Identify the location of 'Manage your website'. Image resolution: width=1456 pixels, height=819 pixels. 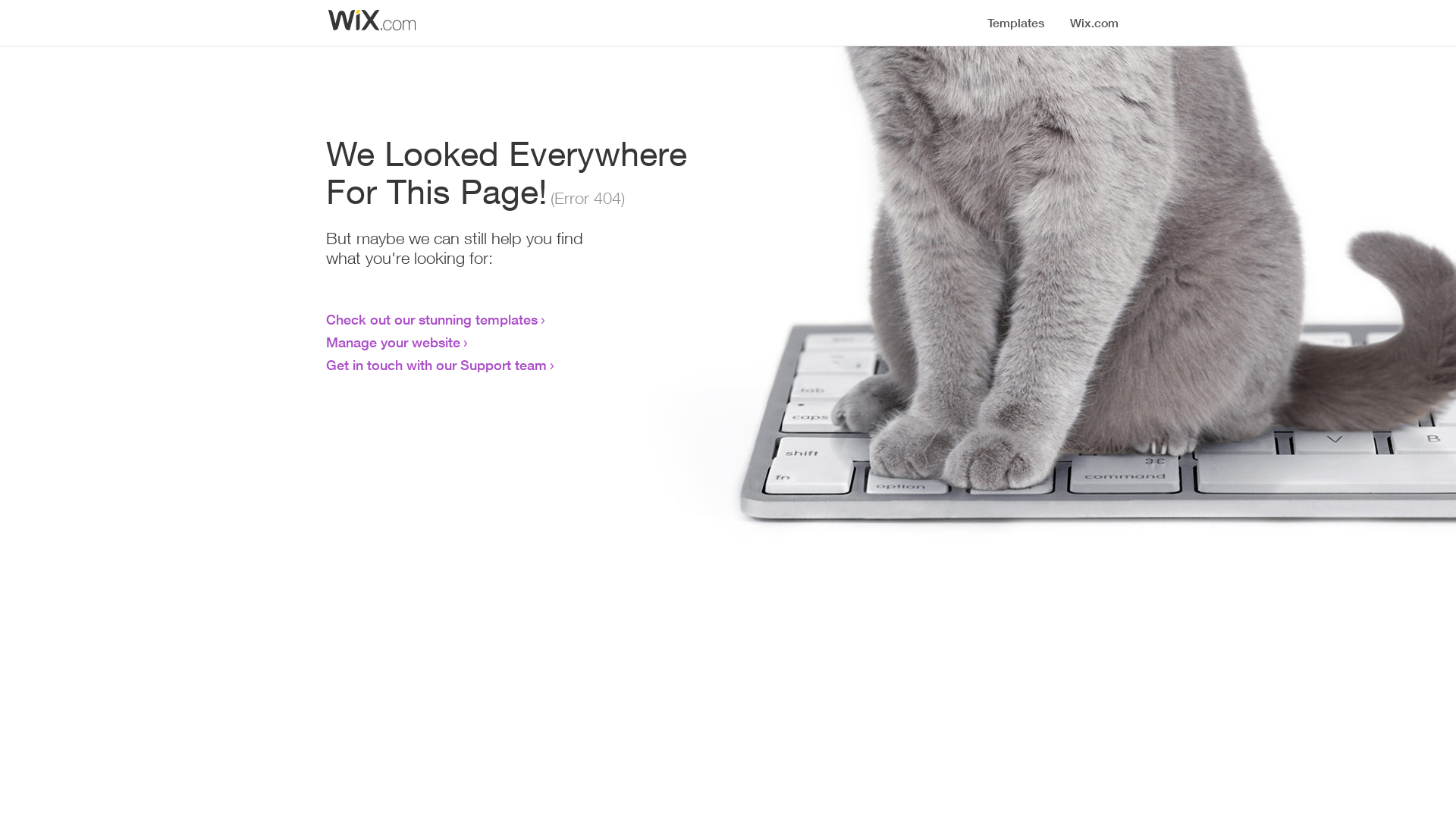
(393, 342).